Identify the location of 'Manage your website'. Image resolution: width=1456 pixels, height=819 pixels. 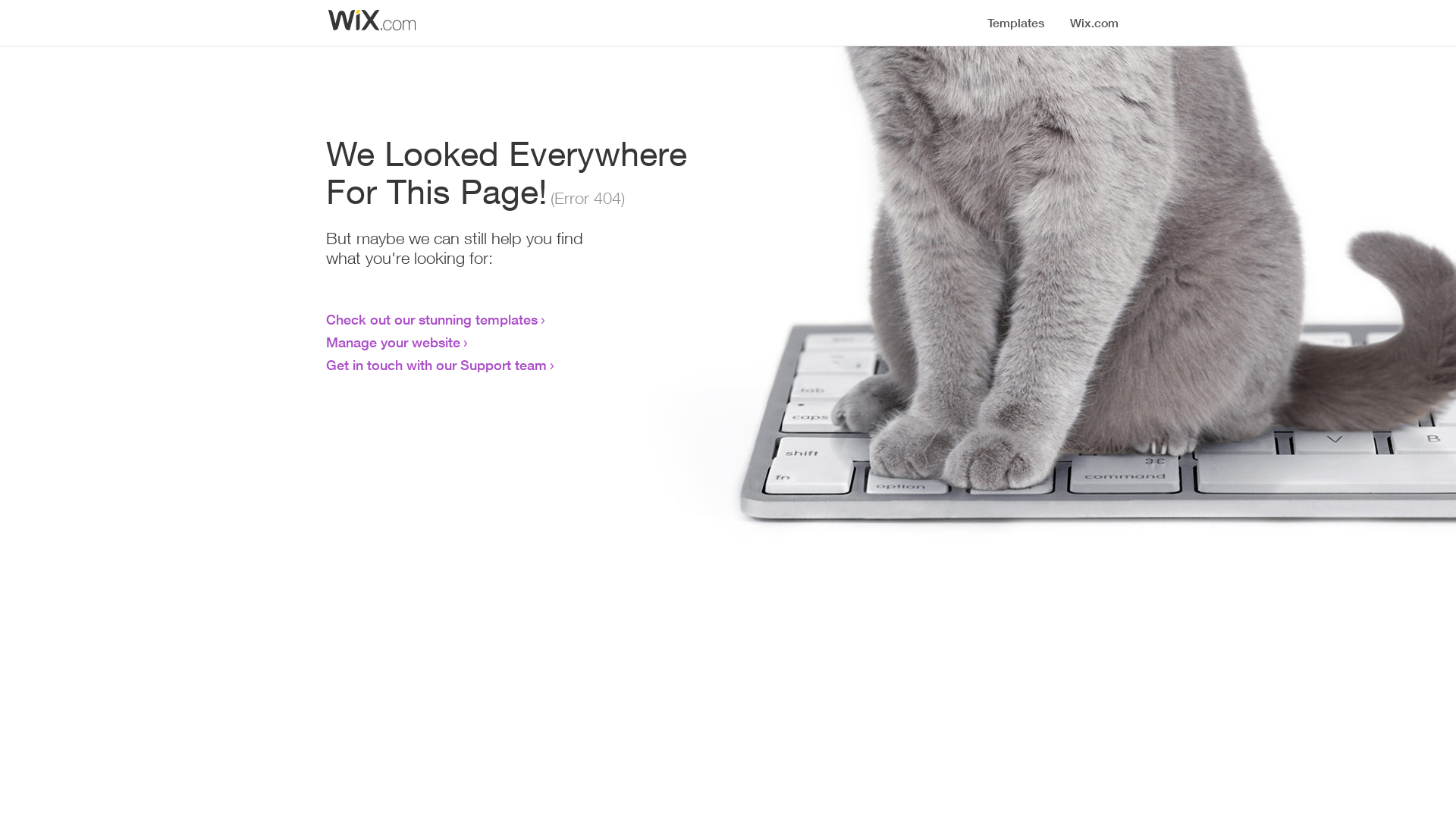
(393, 342).